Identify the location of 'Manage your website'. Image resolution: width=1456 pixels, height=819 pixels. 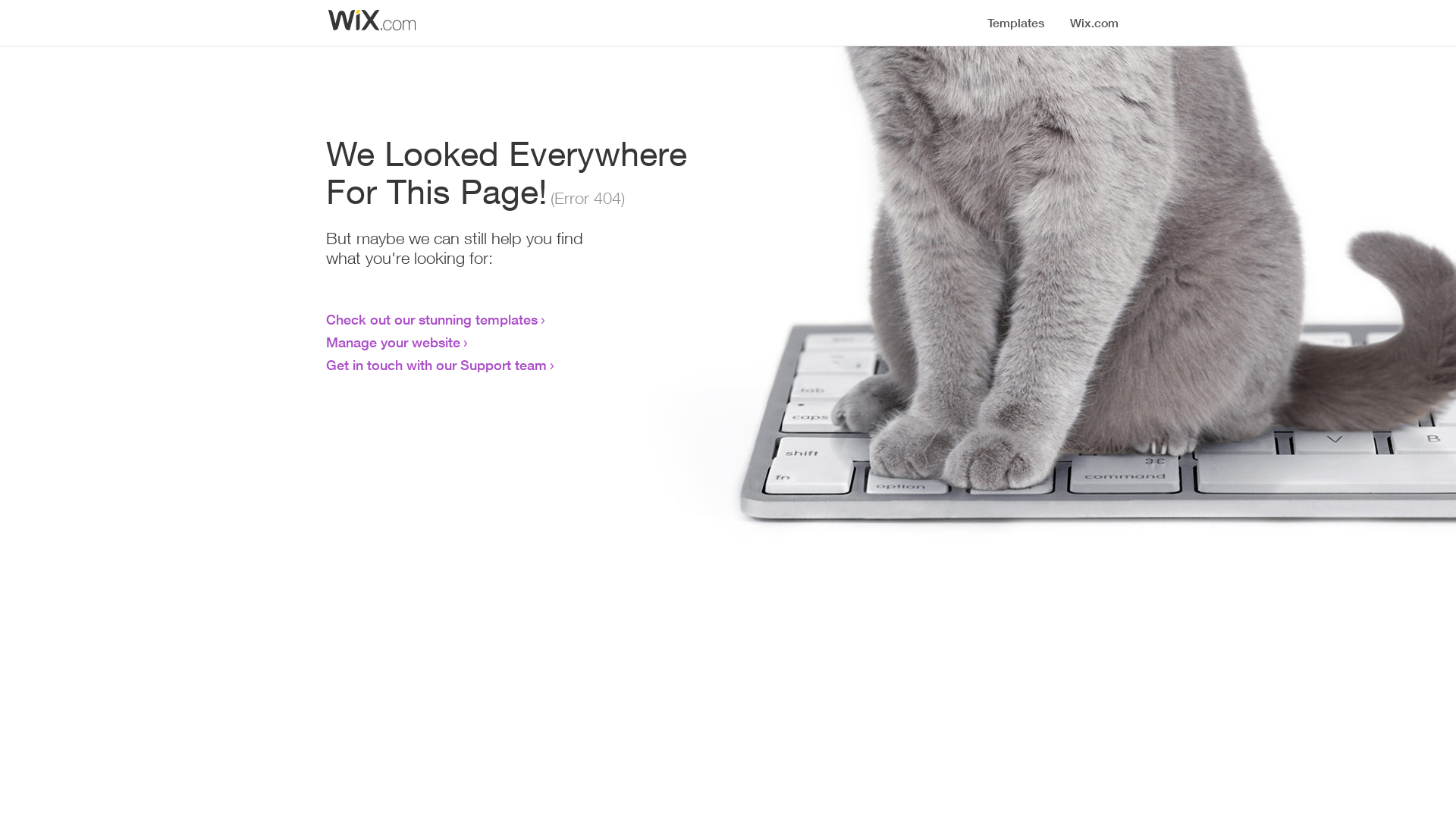
(393, 342).